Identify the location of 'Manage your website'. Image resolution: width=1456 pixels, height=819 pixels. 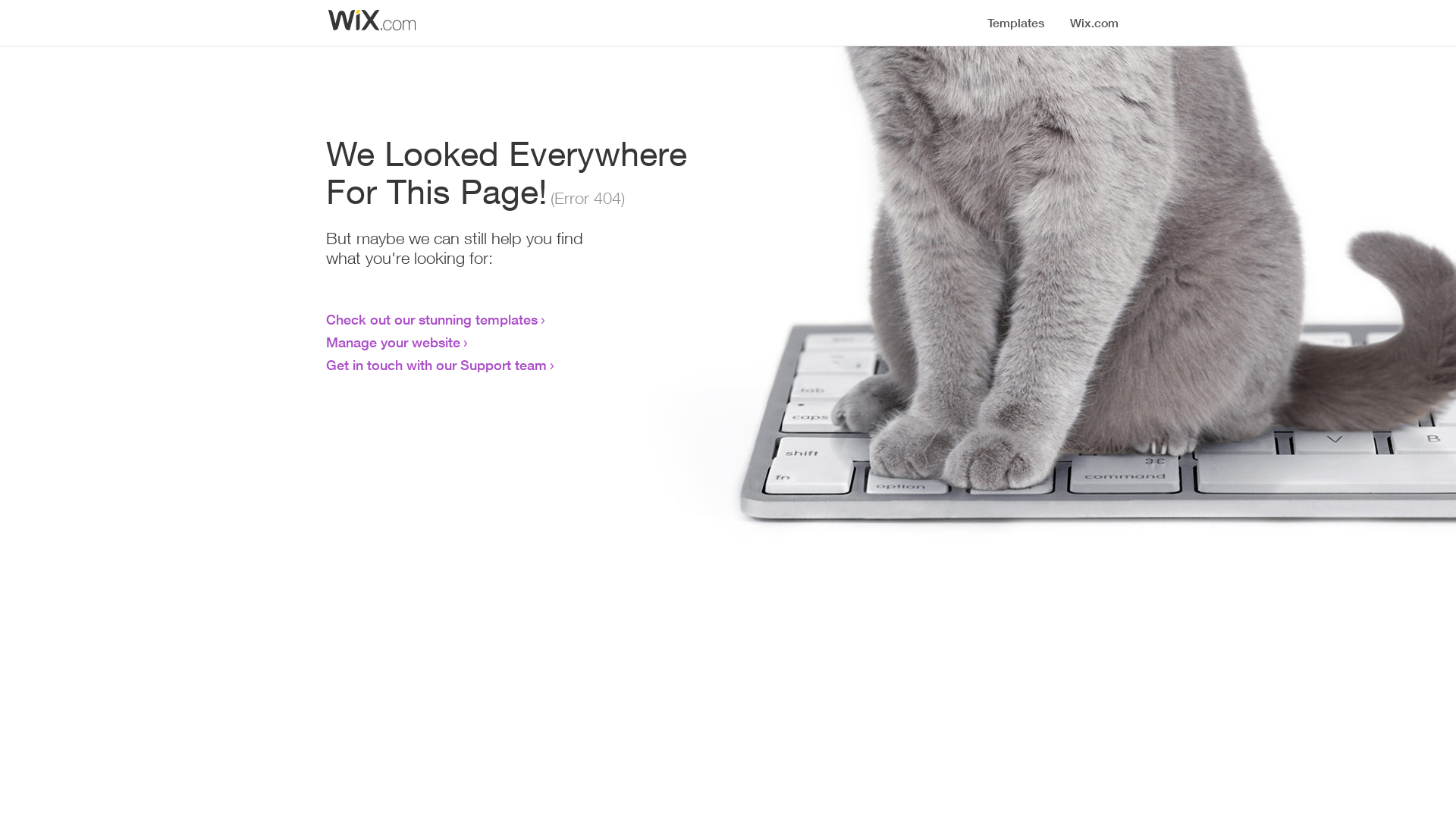
(393, 342).